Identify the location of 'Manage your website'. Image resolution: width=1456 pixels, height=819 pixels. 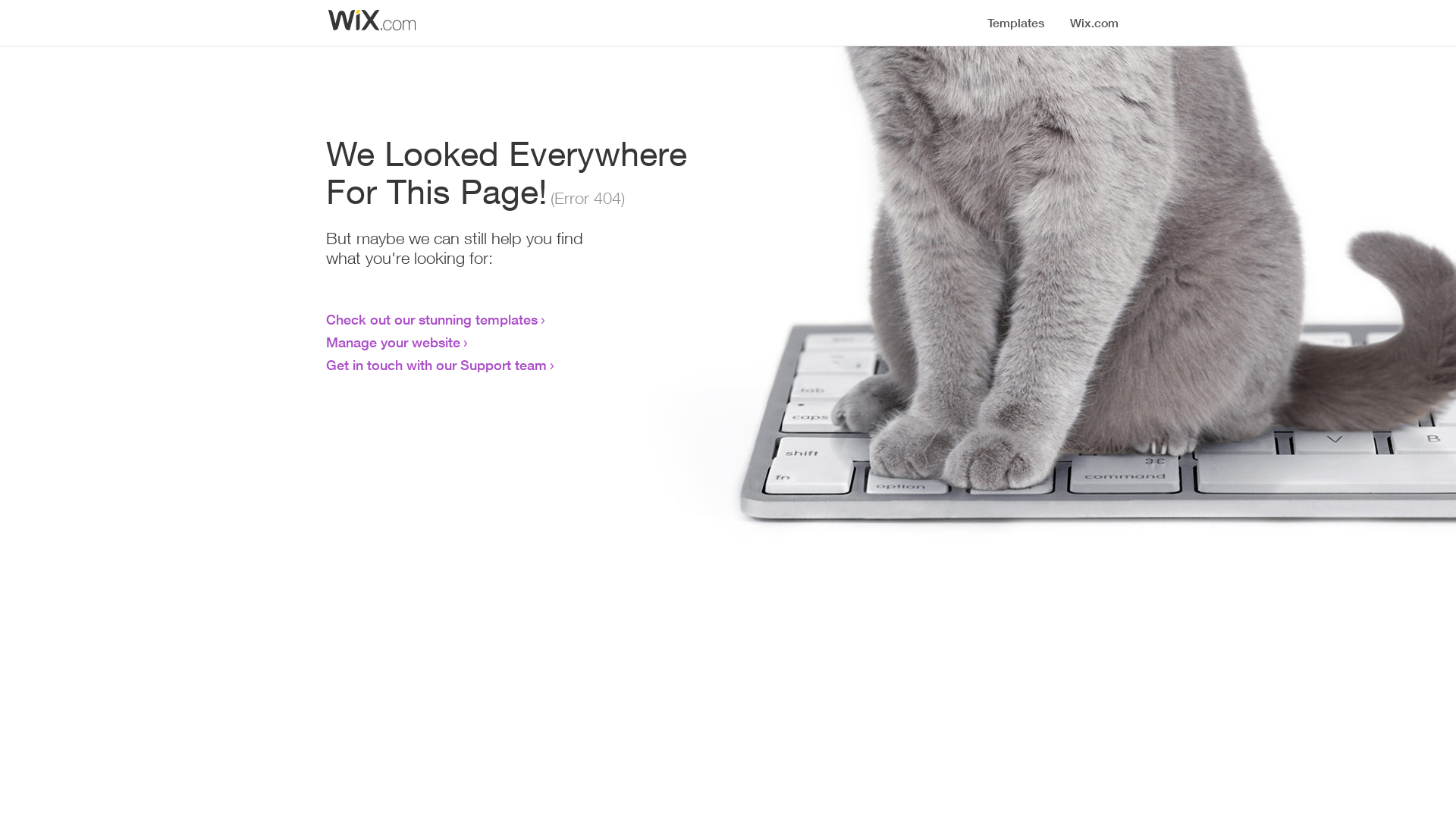
(393, 342).